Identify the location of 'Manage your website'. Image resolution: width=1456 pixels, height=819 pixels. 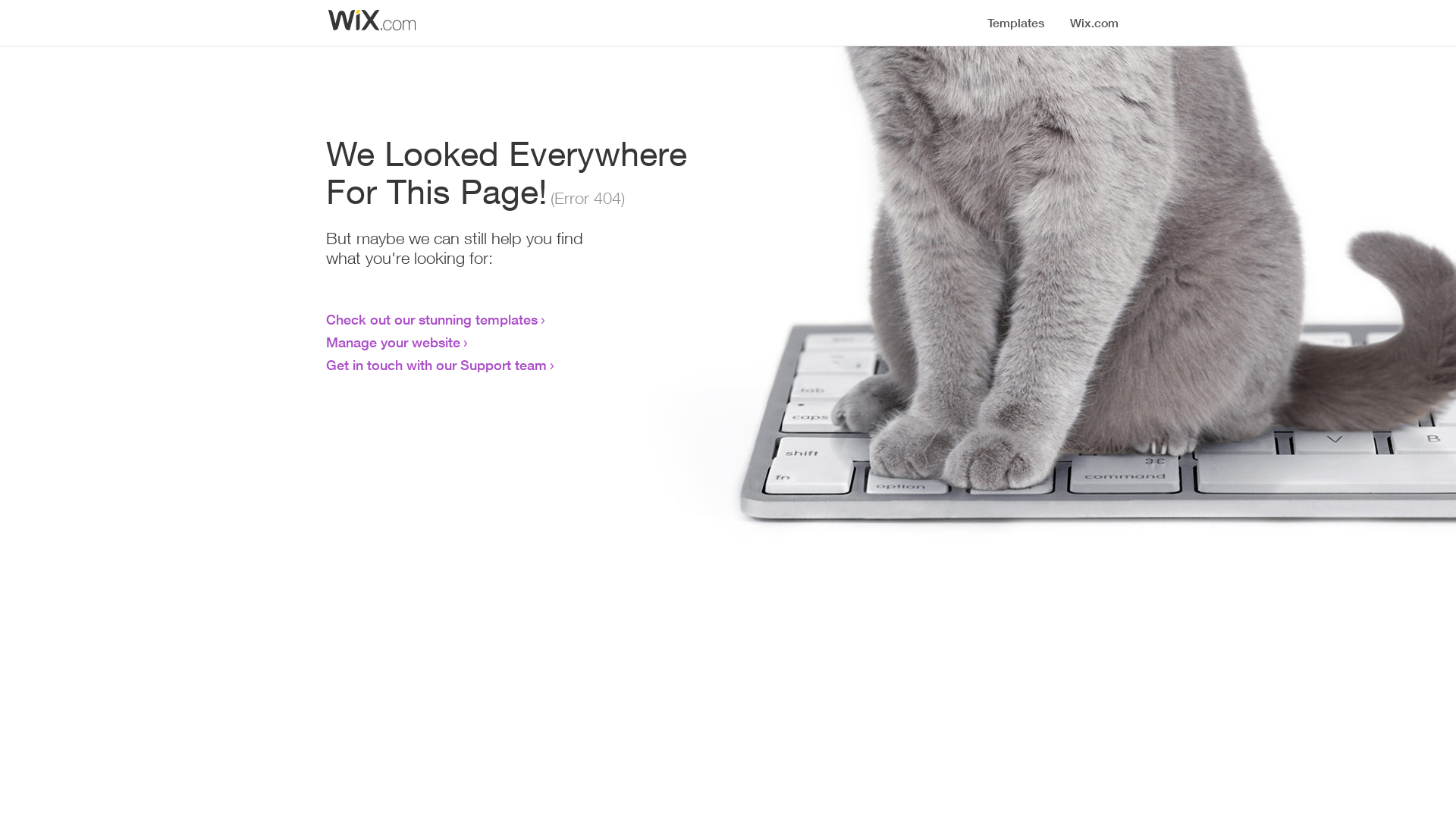
(393, 342).